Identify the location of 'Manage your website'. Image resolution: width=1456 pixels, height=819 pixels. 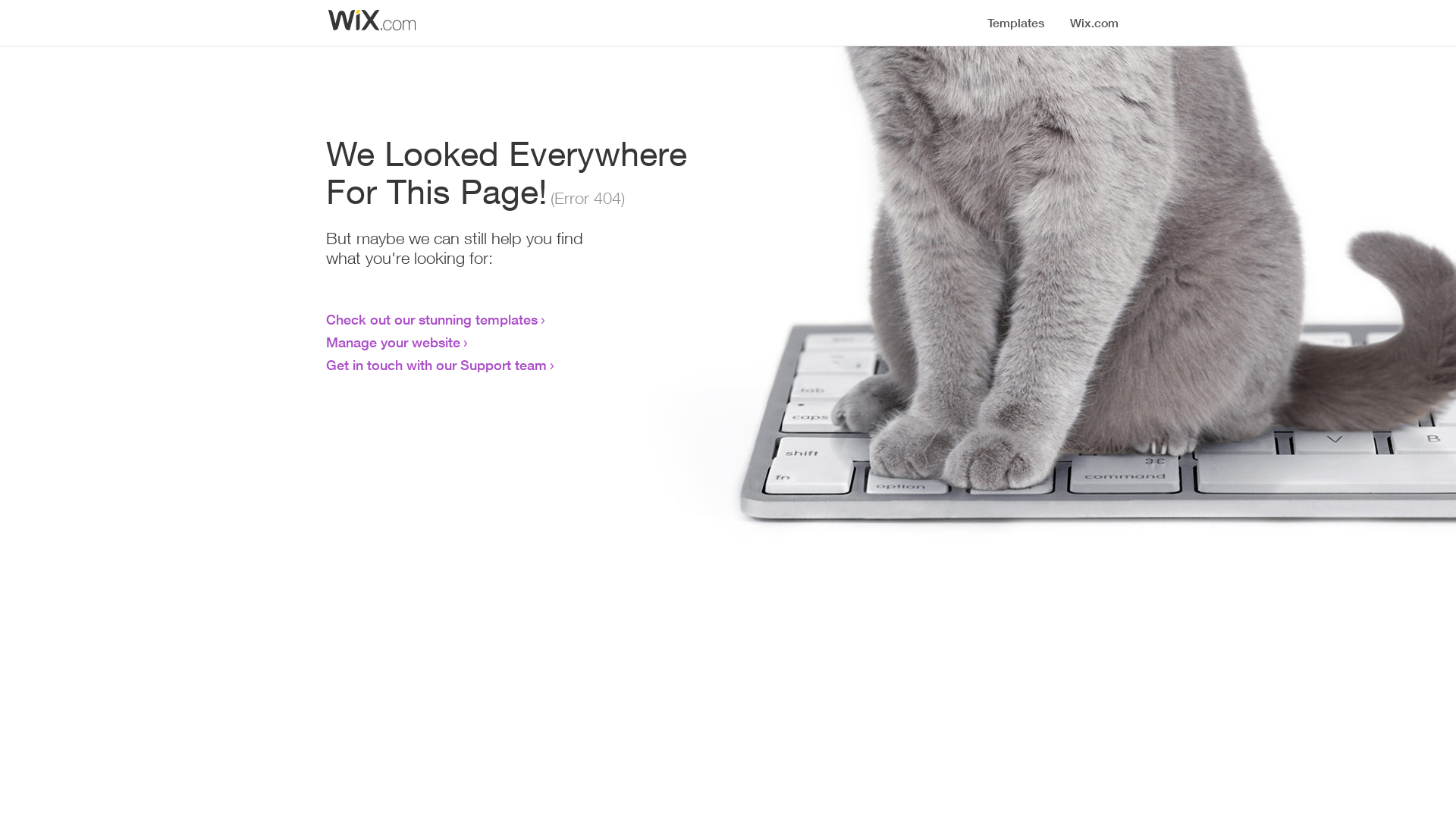
(393, 342).